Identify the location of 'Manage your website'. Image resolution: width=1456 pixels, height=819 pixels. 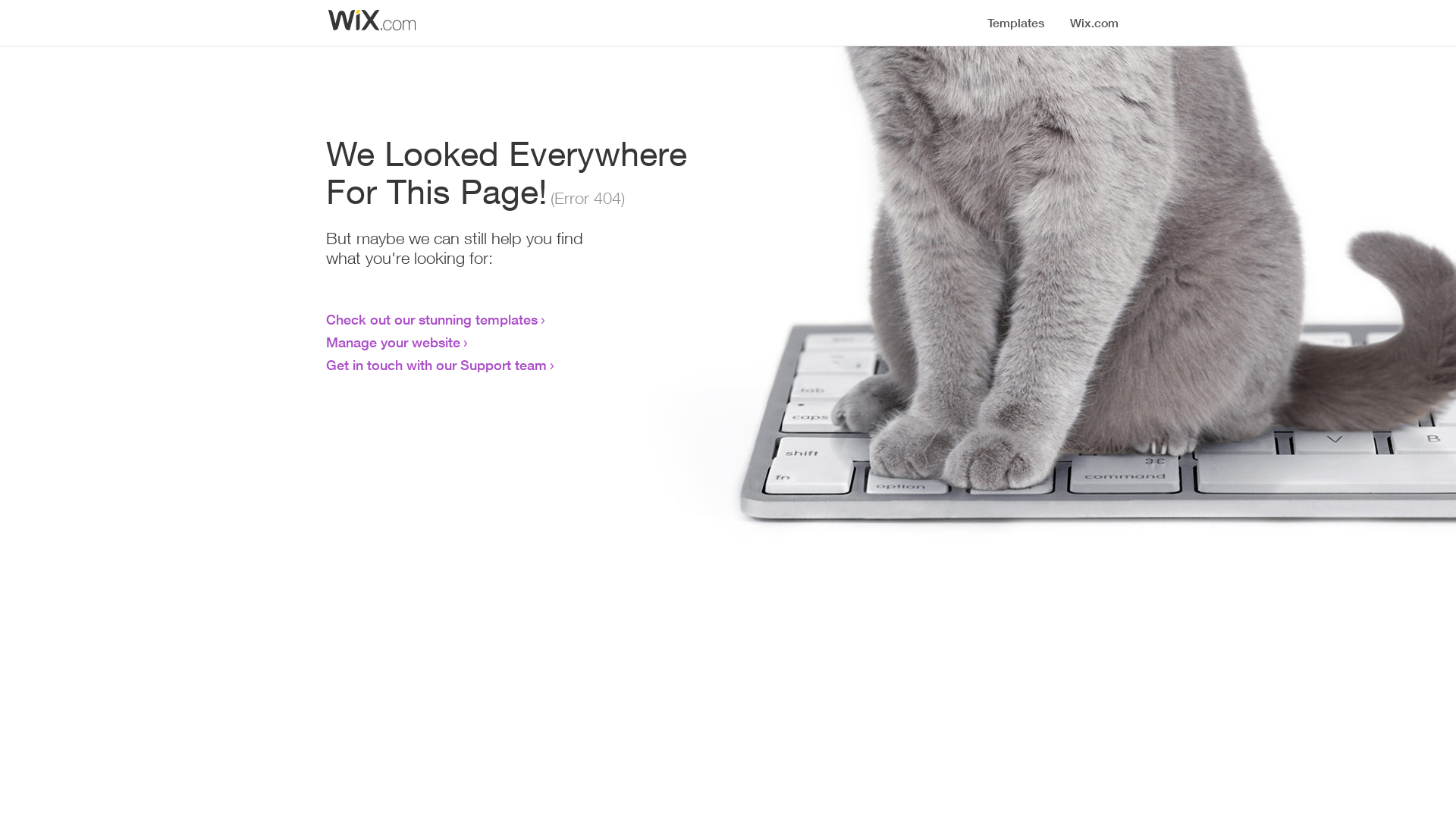
(393, 342).